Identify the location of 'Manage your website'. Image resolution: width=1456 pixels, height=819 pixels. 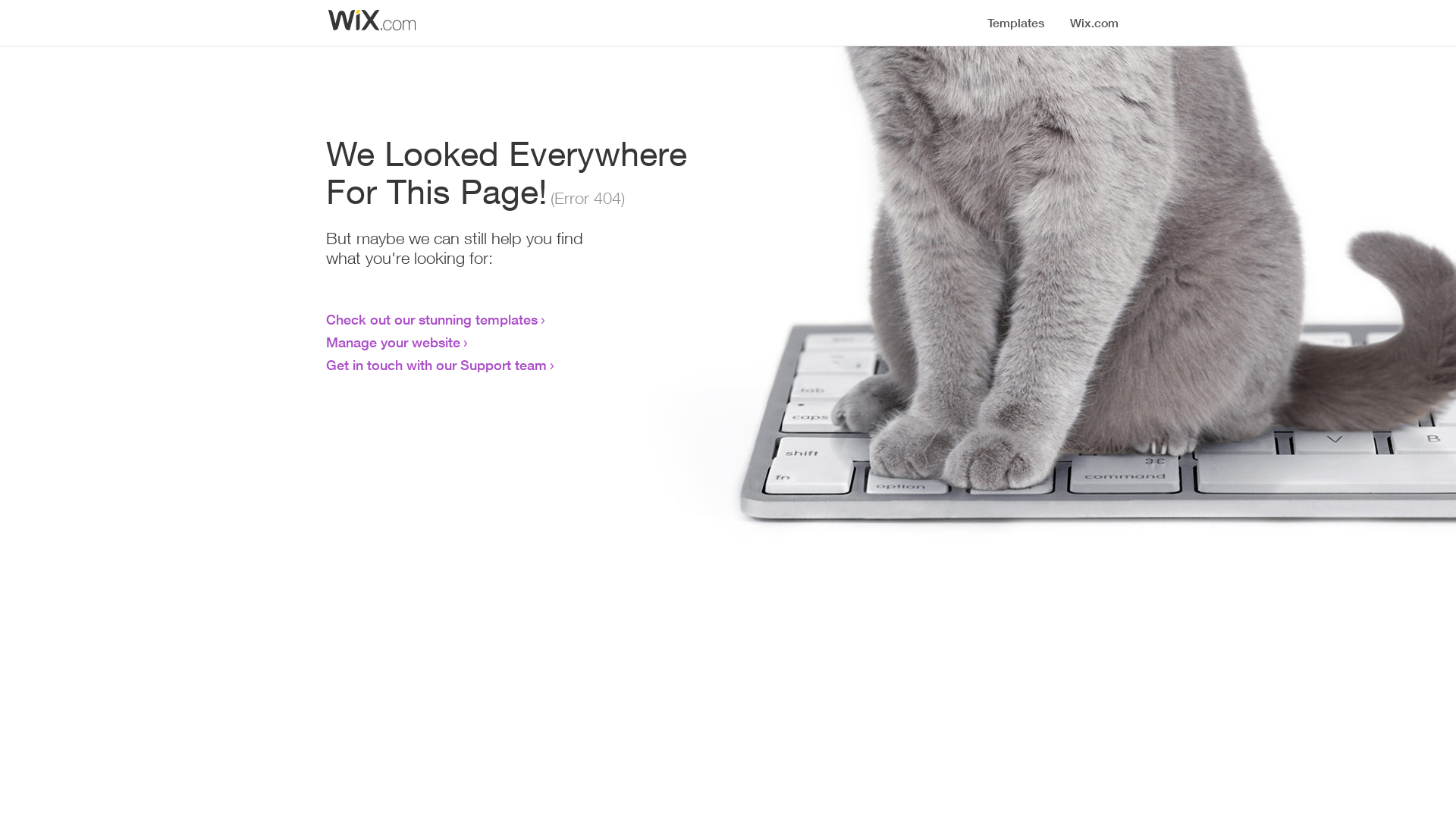
(393, 342).